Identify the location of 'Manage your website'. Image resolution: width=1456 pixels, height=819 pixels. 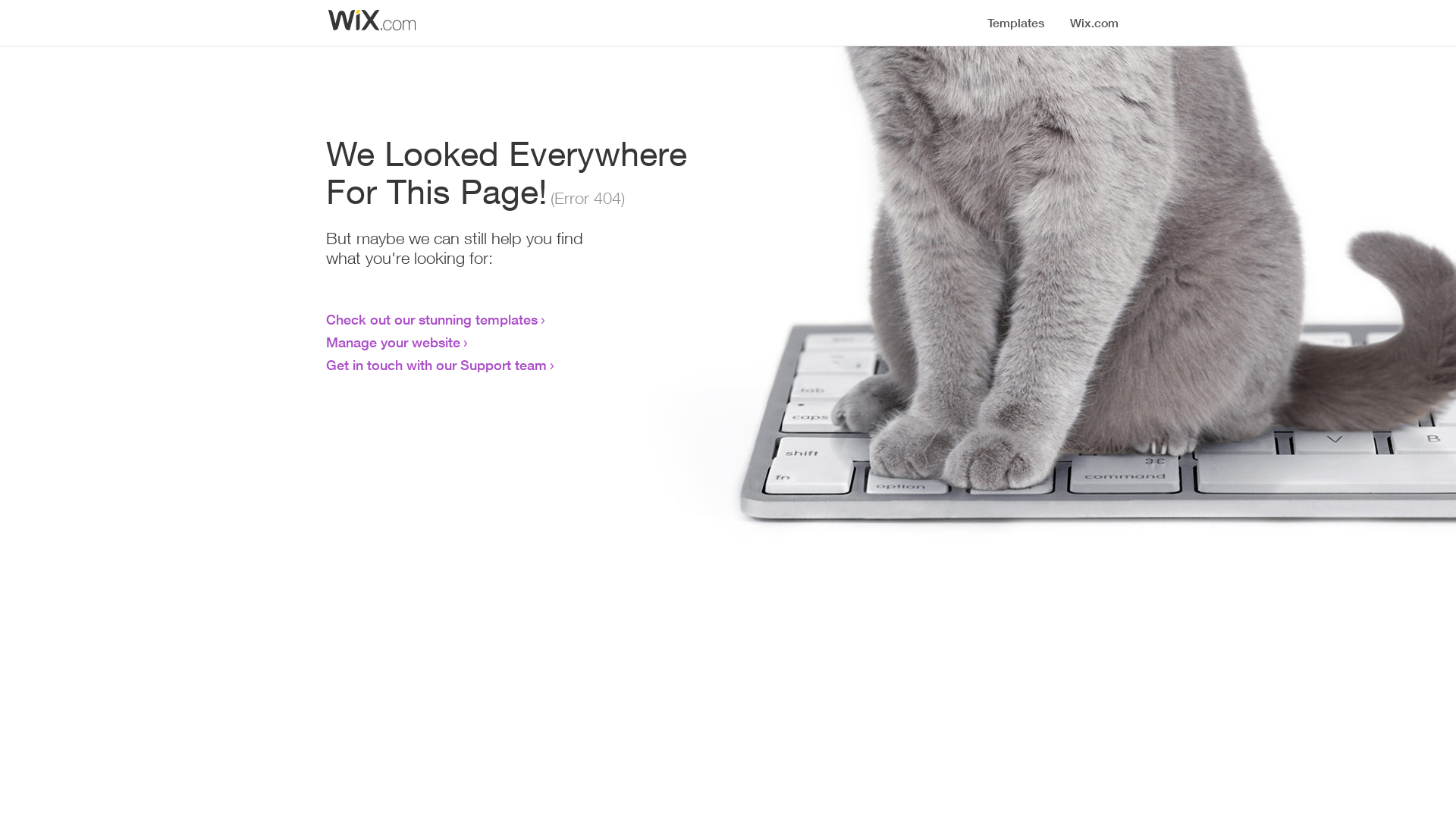
(393, 342).